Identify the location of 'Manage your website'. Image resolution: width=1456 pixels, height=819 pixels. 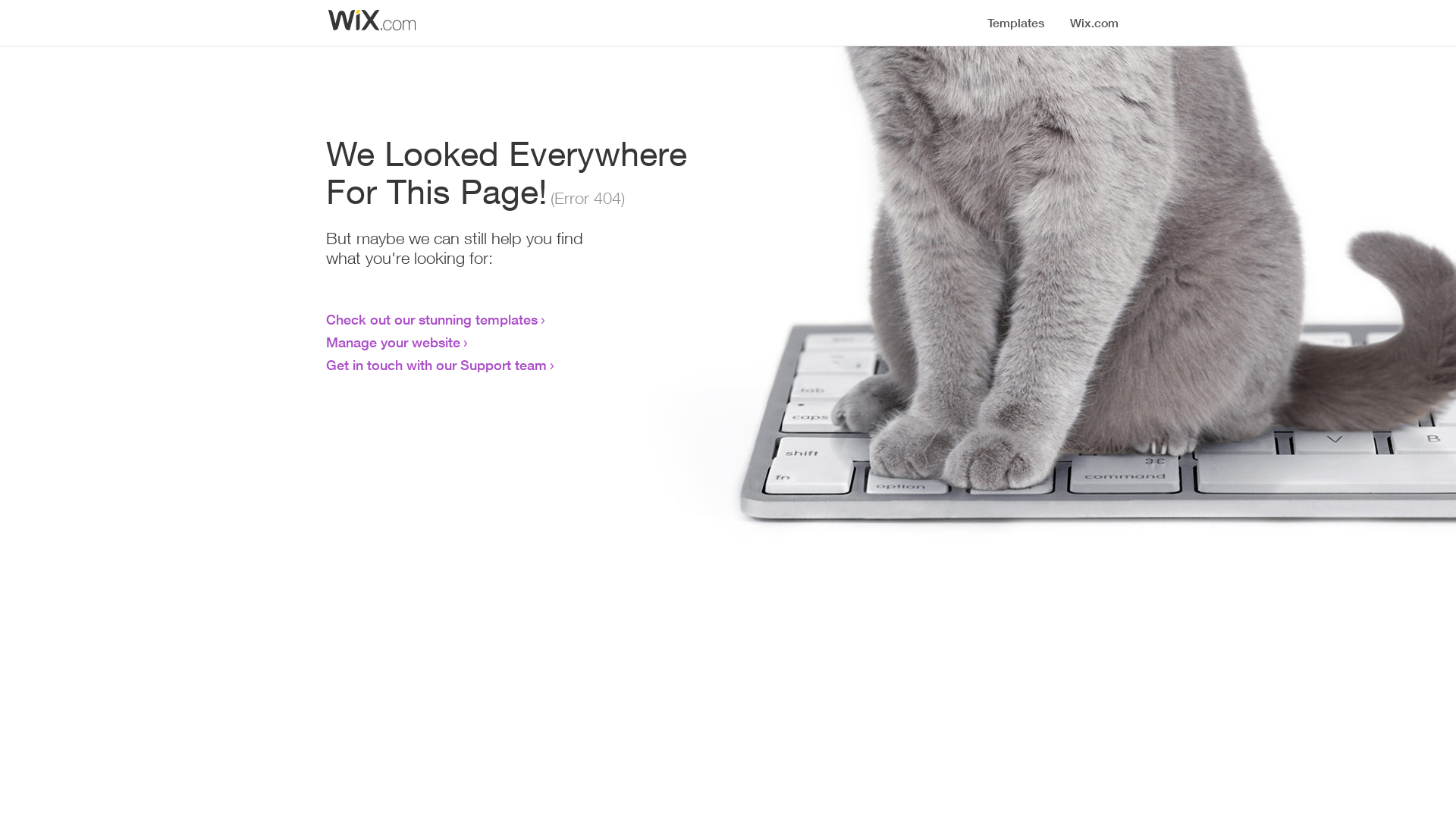
(393, 342).